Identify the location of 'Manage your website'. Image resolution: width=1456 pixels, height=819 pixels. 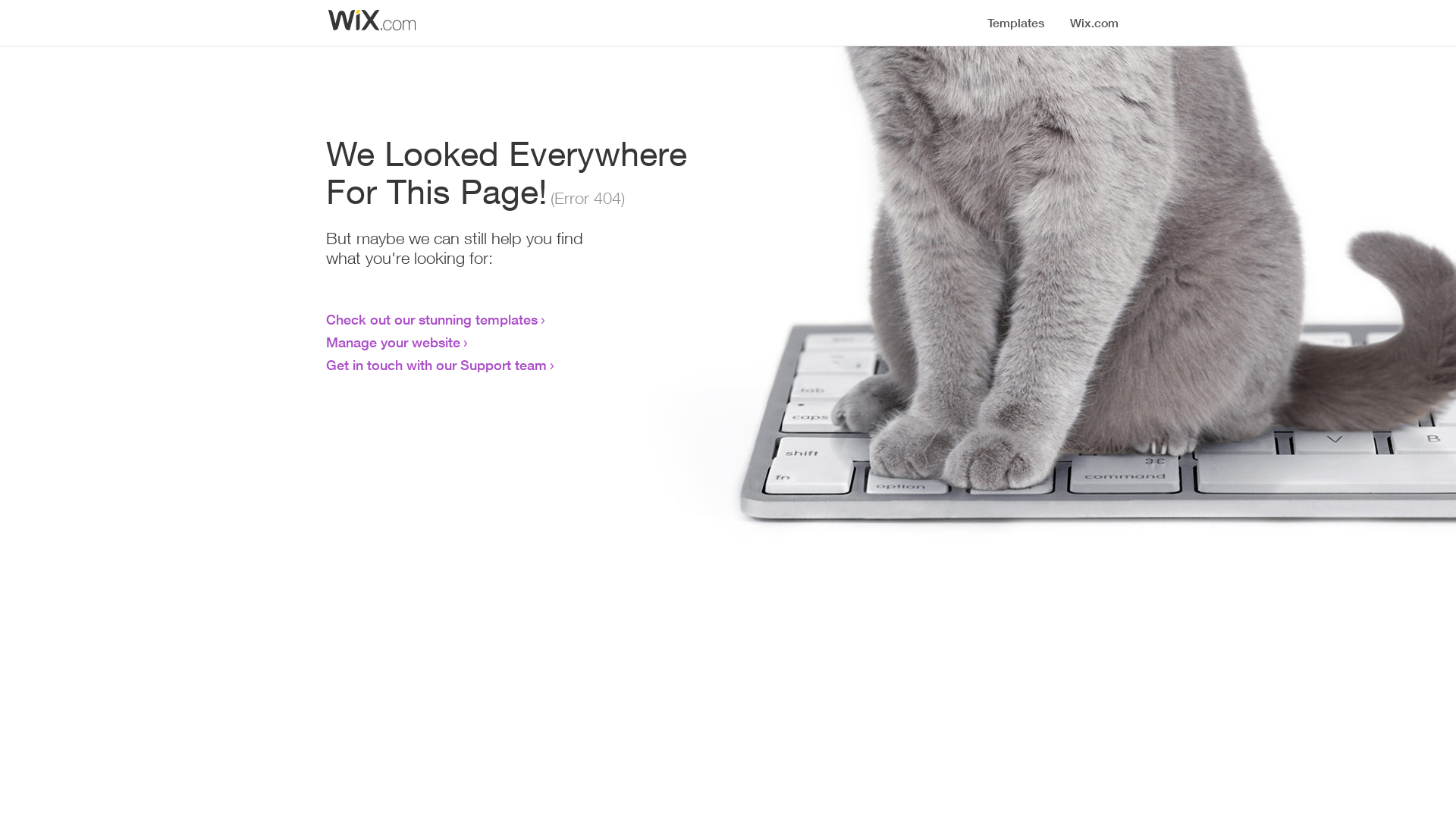
(393, 342).